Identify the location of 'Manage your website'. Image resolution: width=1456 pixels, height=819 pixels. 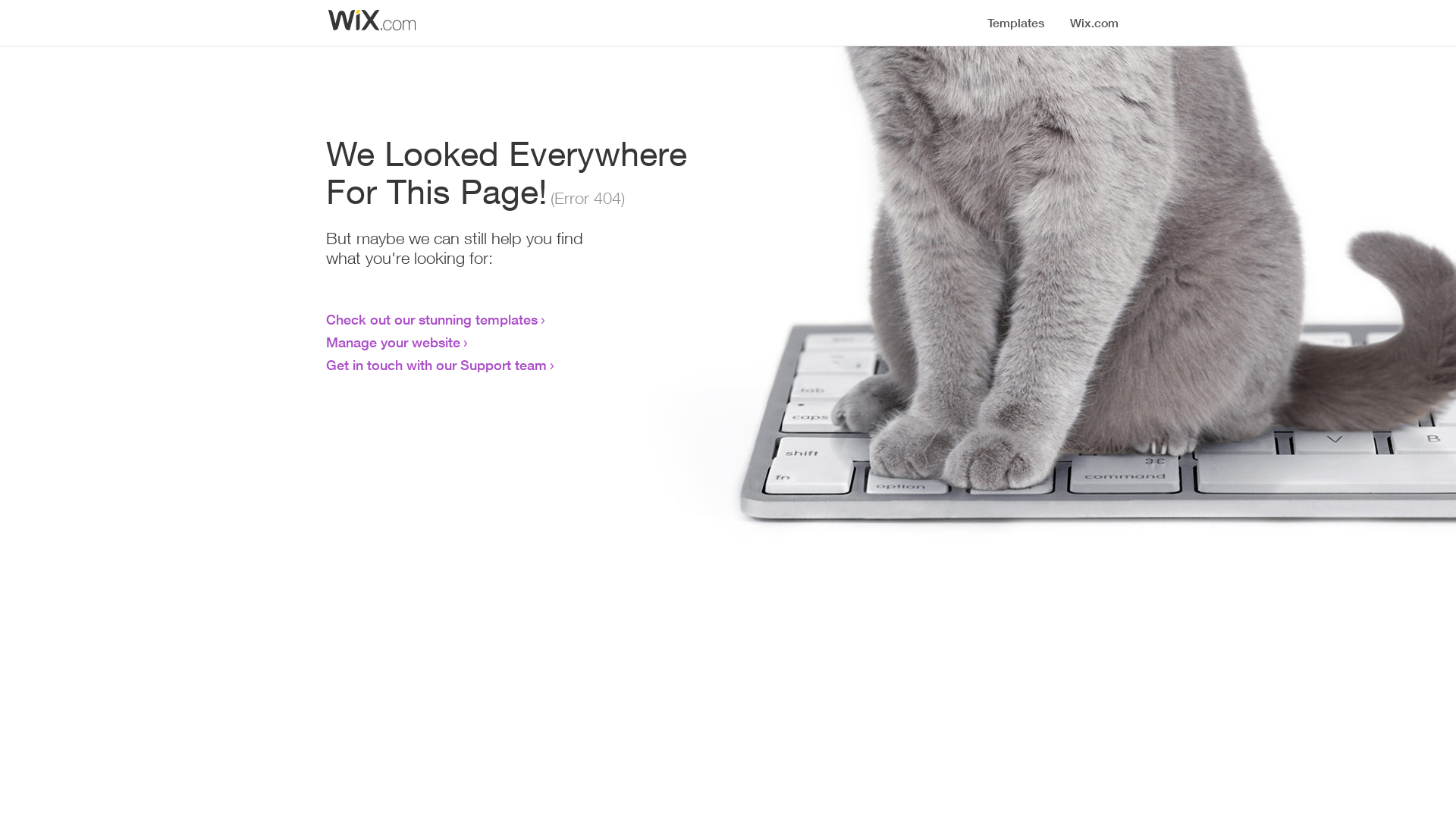
(393, 342).